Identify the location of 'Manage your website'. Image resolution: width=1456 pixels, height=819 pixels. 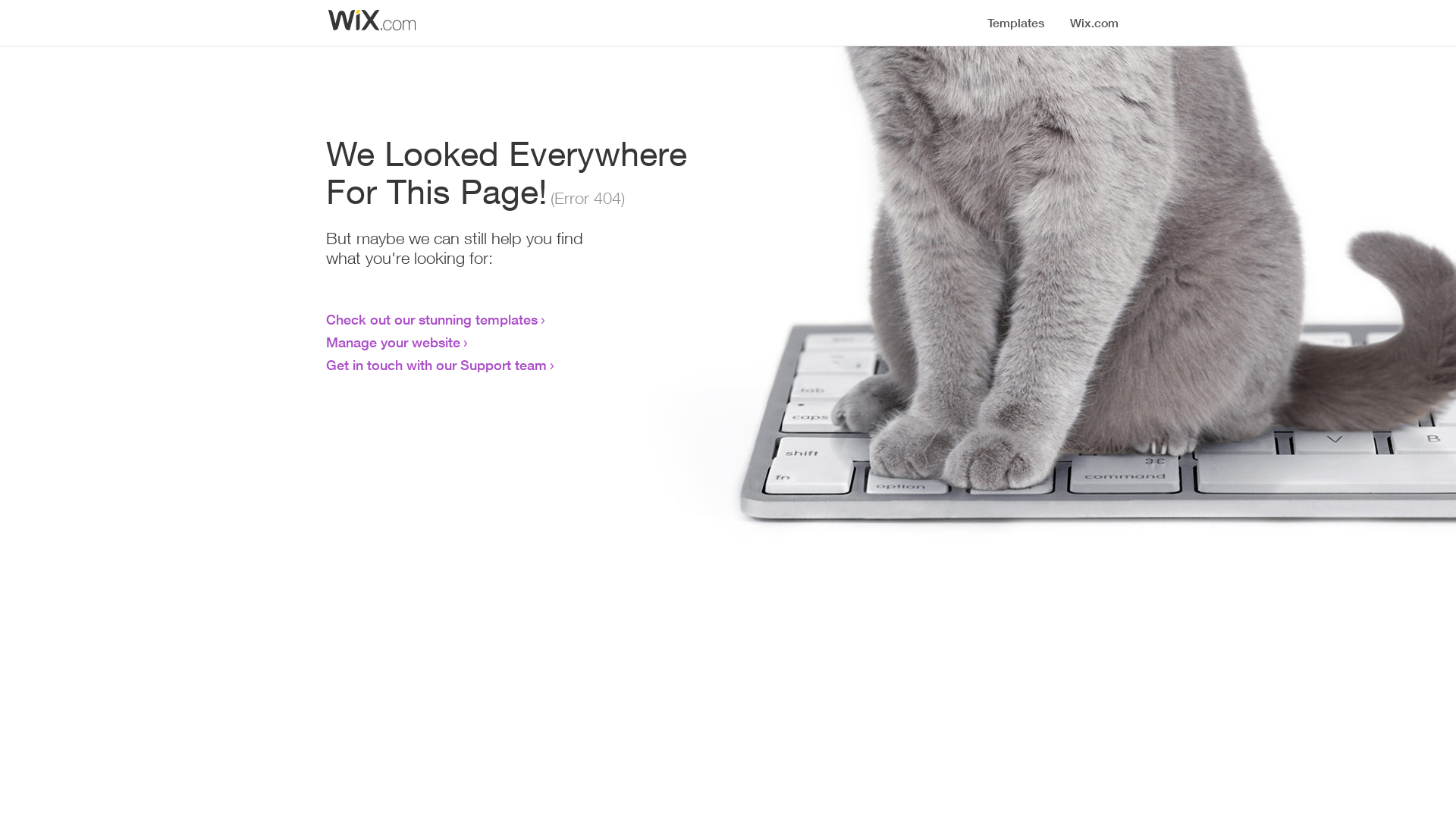
(393, 342).